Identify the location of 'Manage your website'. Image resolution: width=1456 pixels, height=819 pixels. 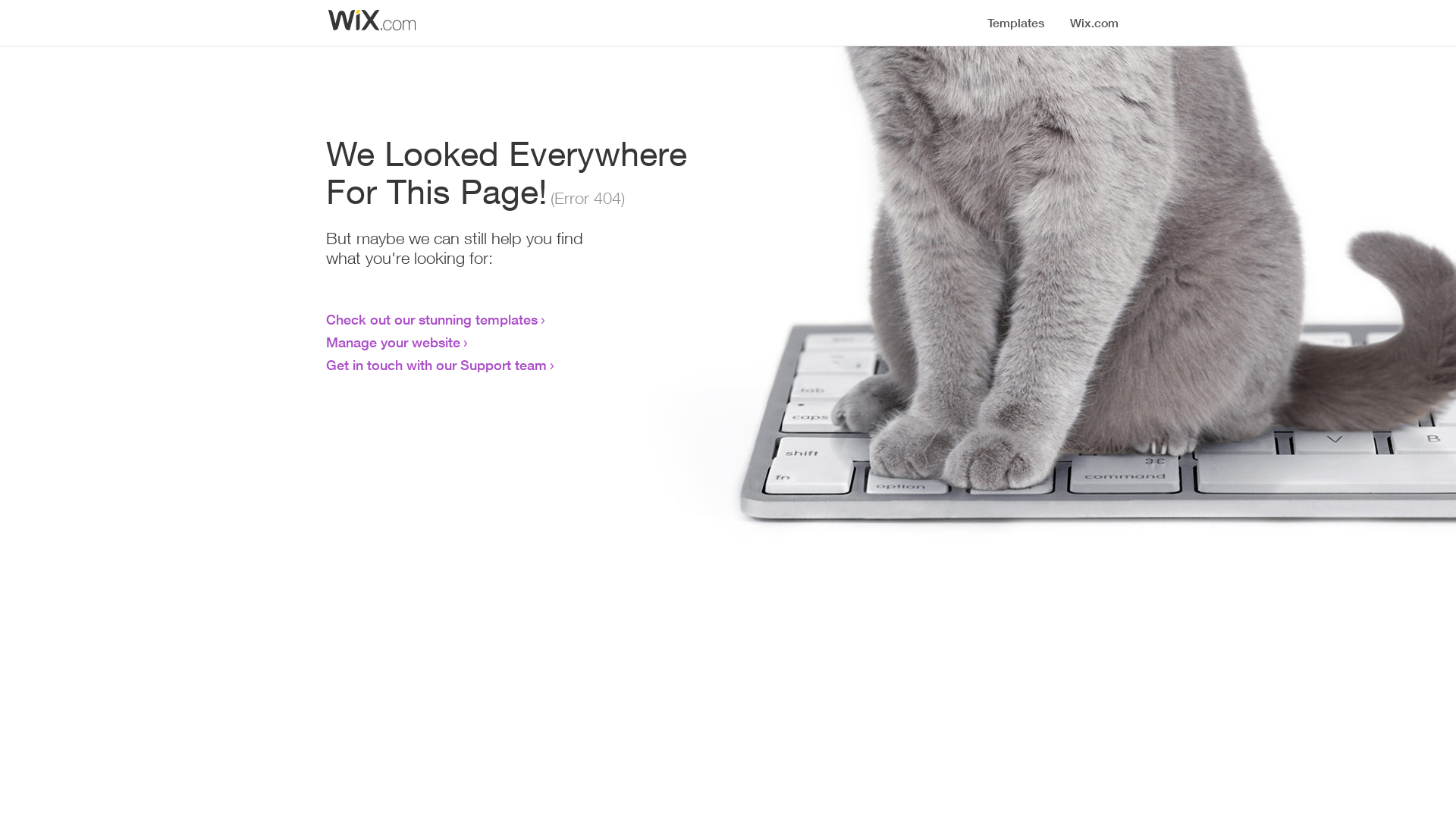
(393, 342).